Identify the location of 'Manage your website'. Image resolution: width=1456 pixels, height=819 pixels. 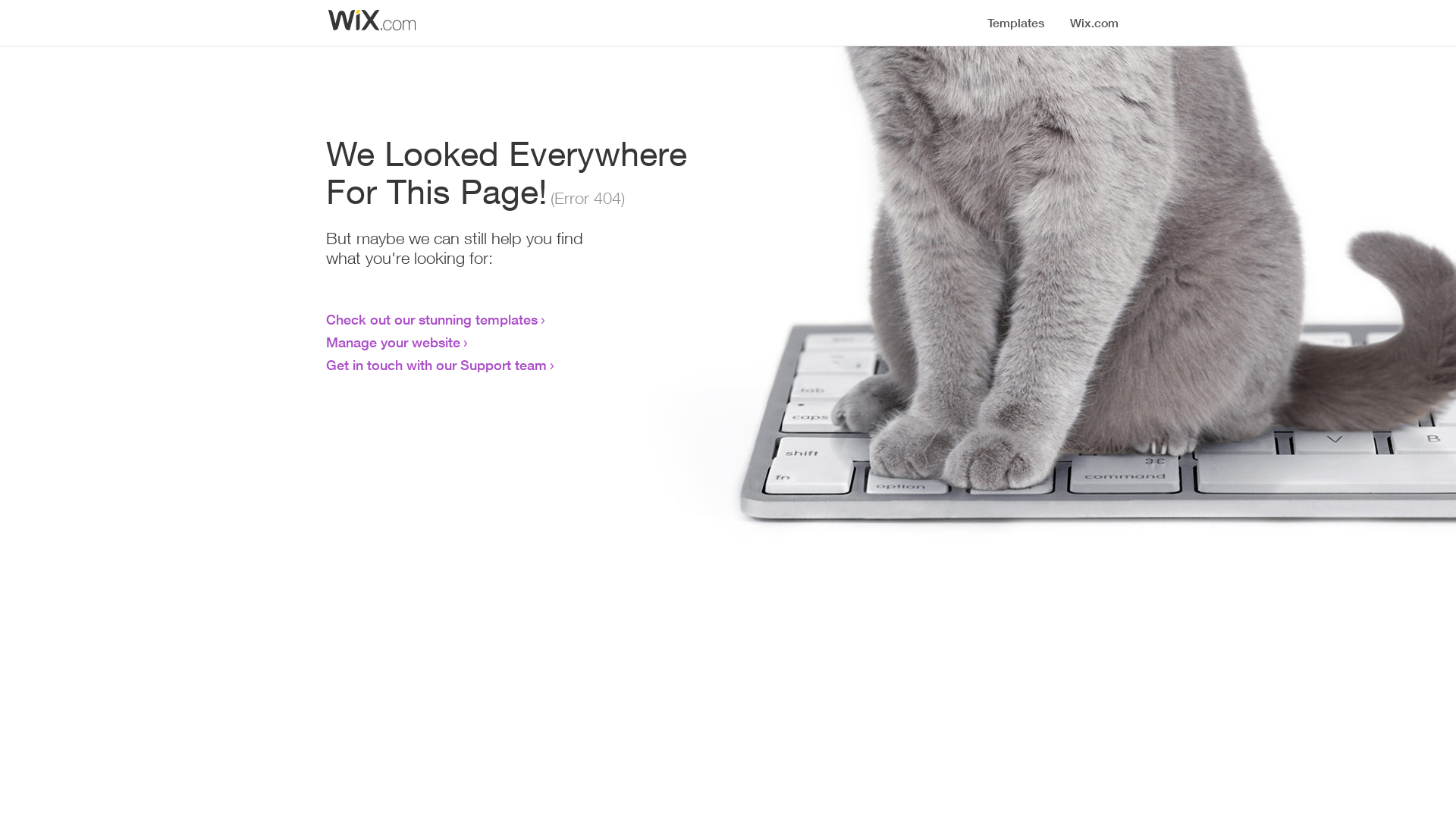
(393, 342).